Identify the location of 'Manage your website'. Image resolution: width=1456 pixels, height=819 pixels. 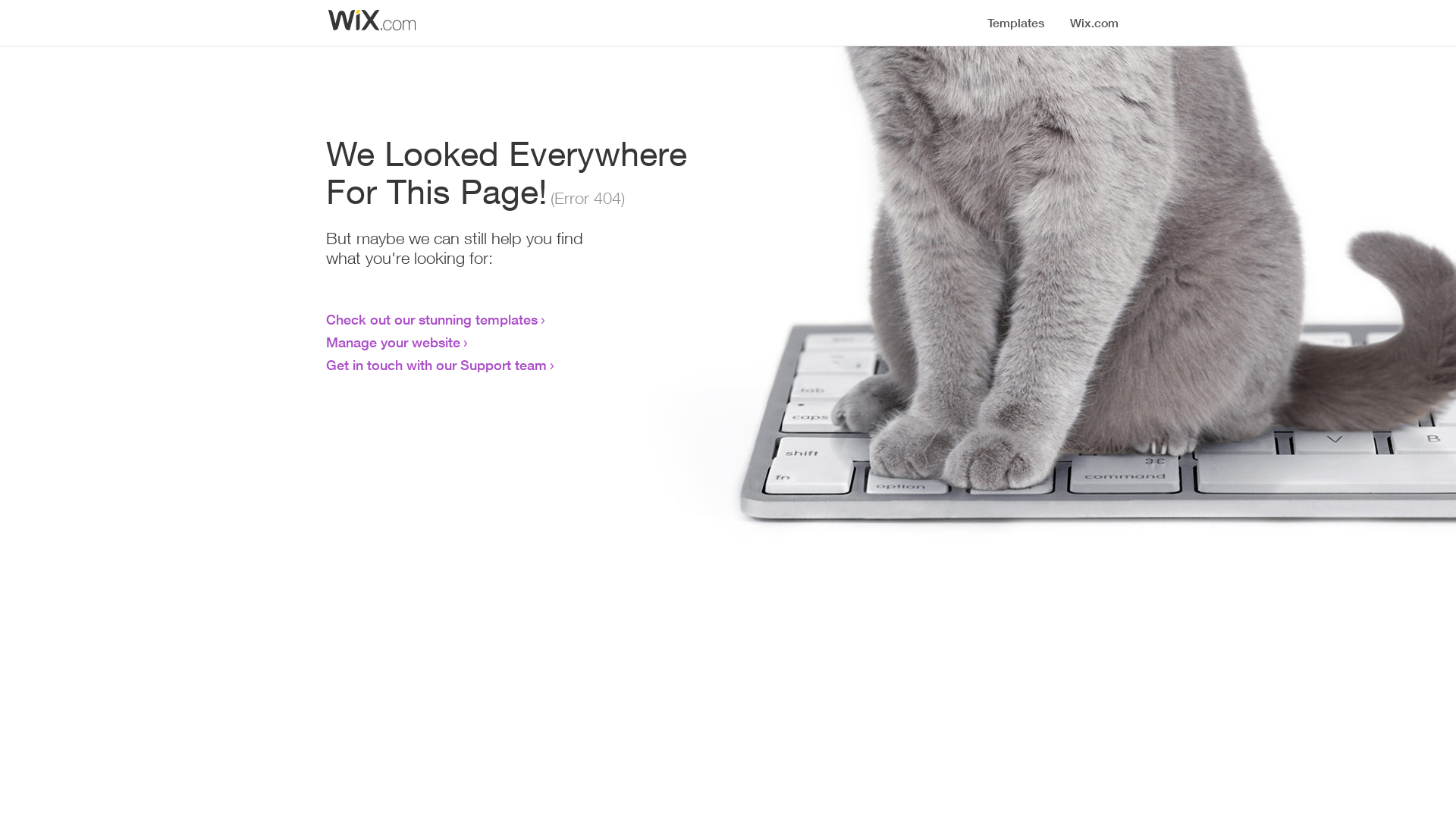
(393, 342).